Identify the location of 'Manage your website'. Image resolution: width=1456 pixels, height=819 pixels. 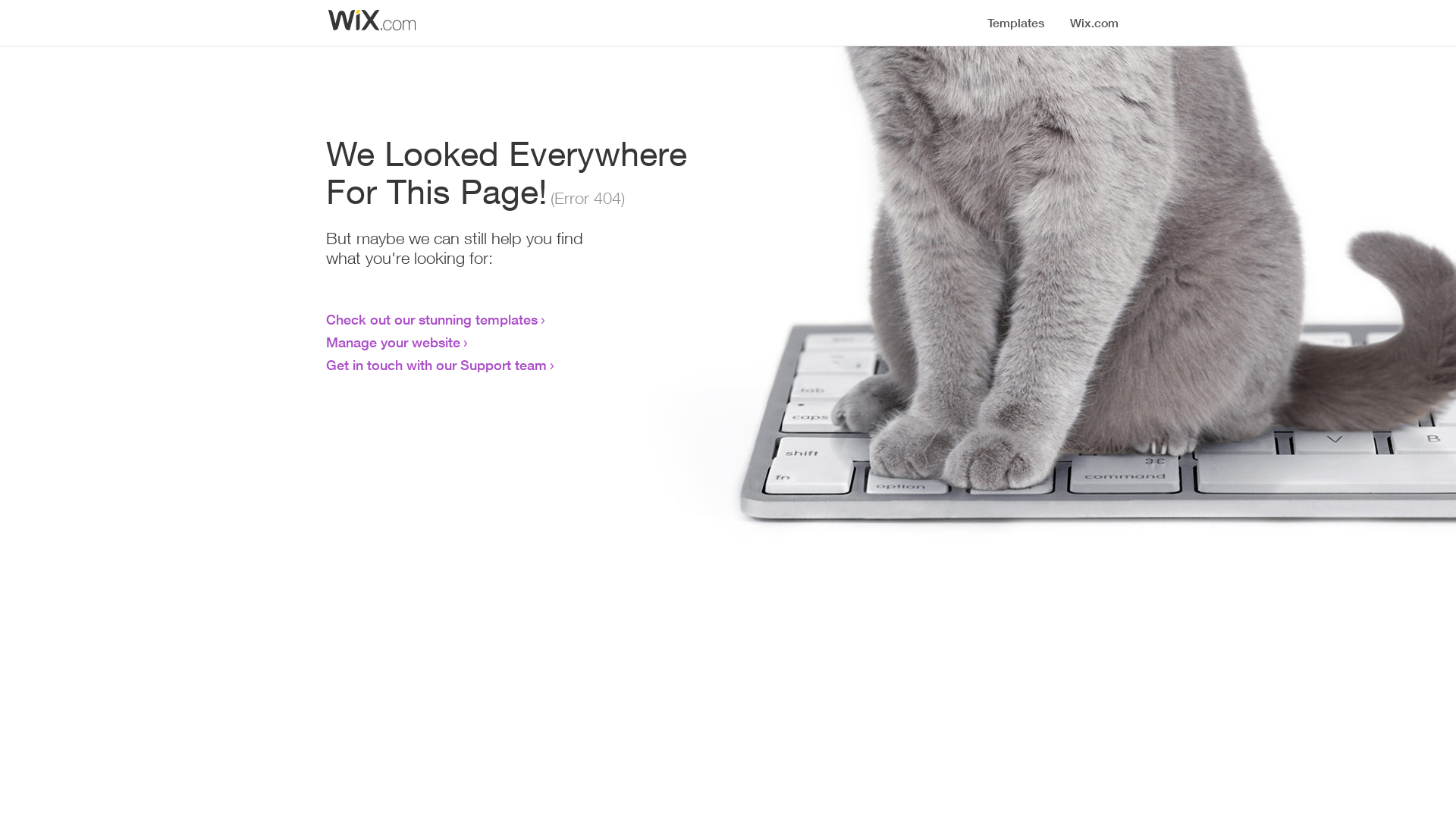
(393, 342).